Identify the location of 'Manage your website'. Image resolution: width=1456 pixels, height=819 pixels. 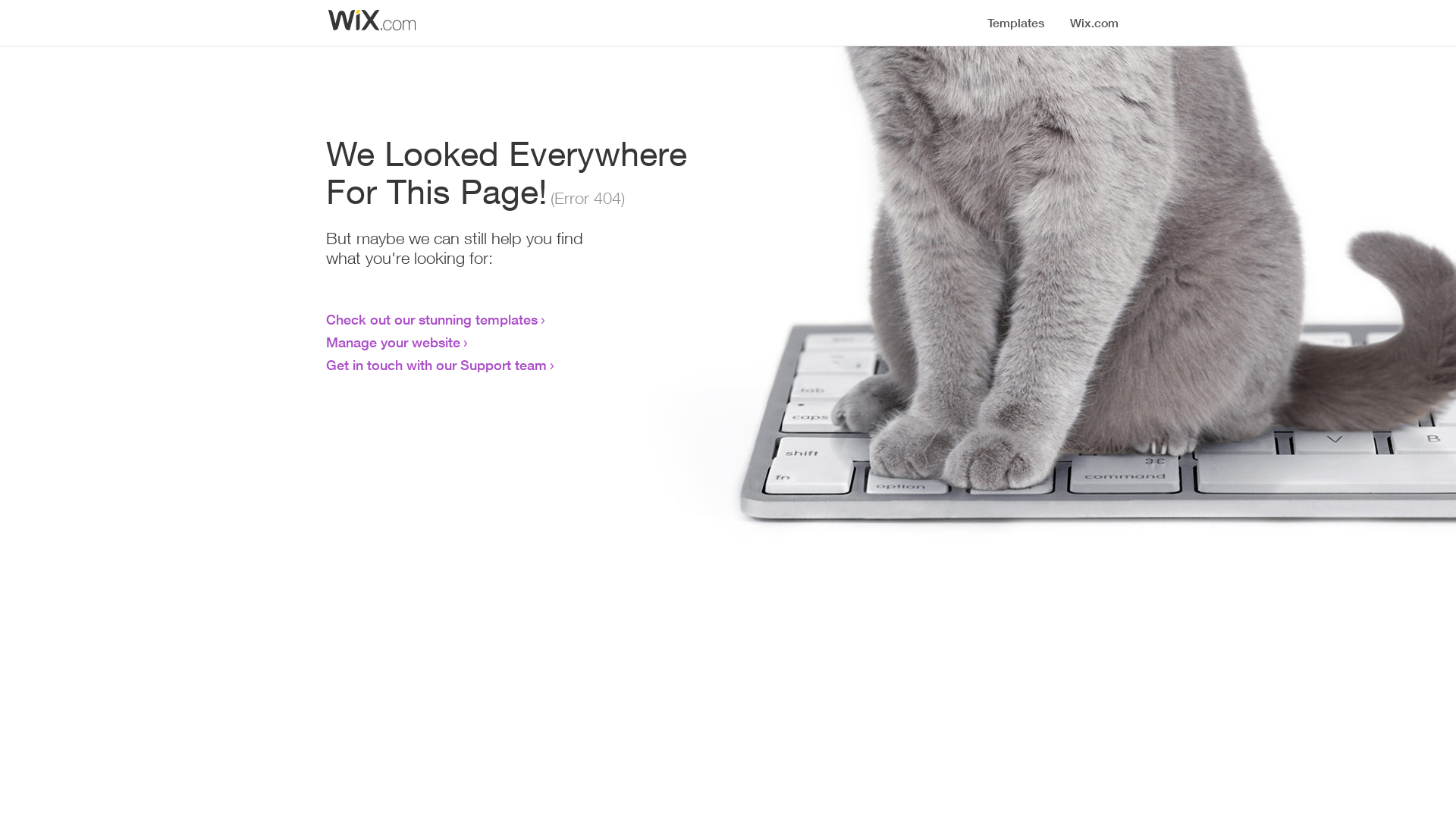
(393, 342).